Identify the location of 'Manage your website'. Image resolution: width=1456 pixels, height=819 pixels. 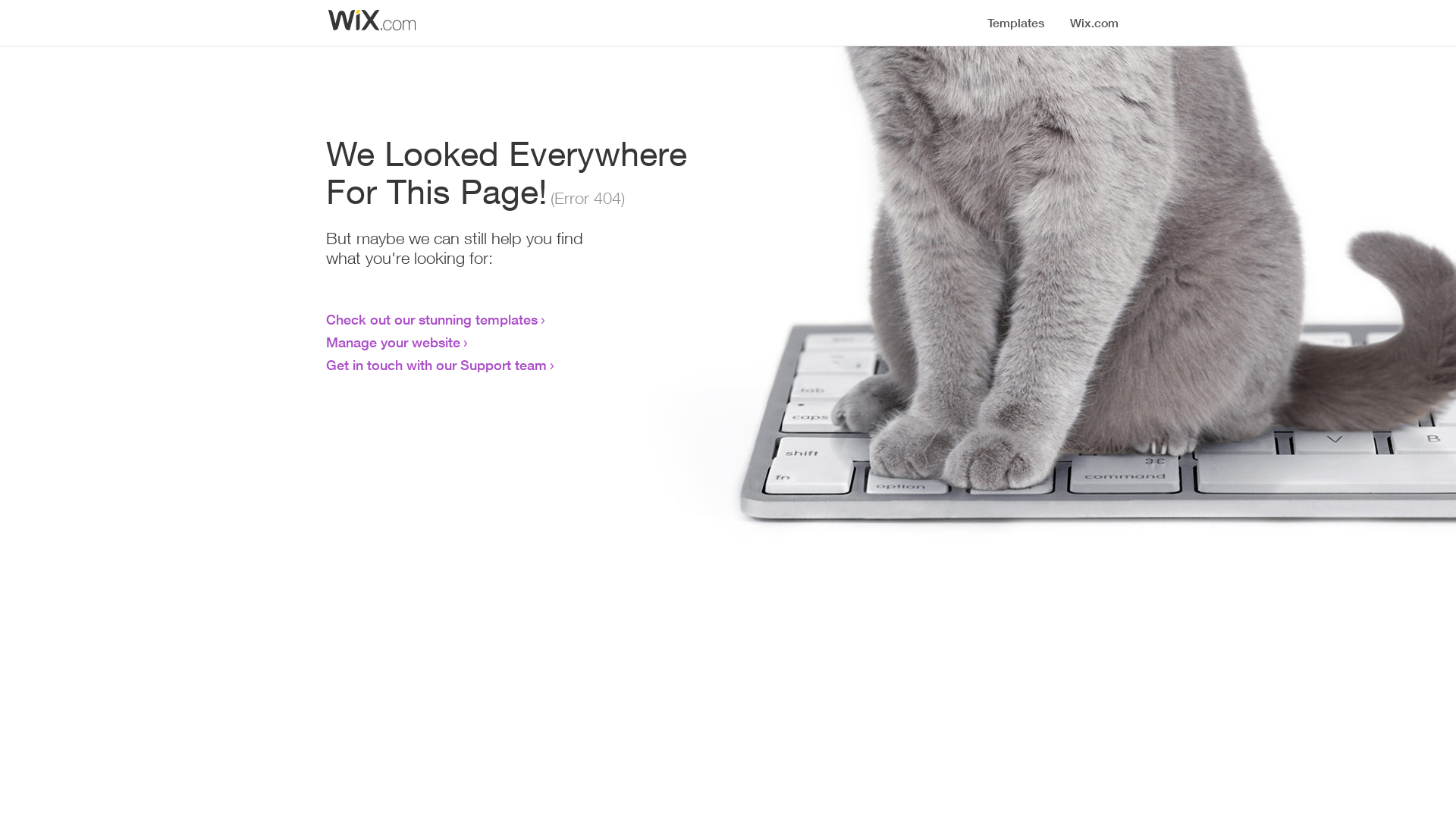
(393, 342).